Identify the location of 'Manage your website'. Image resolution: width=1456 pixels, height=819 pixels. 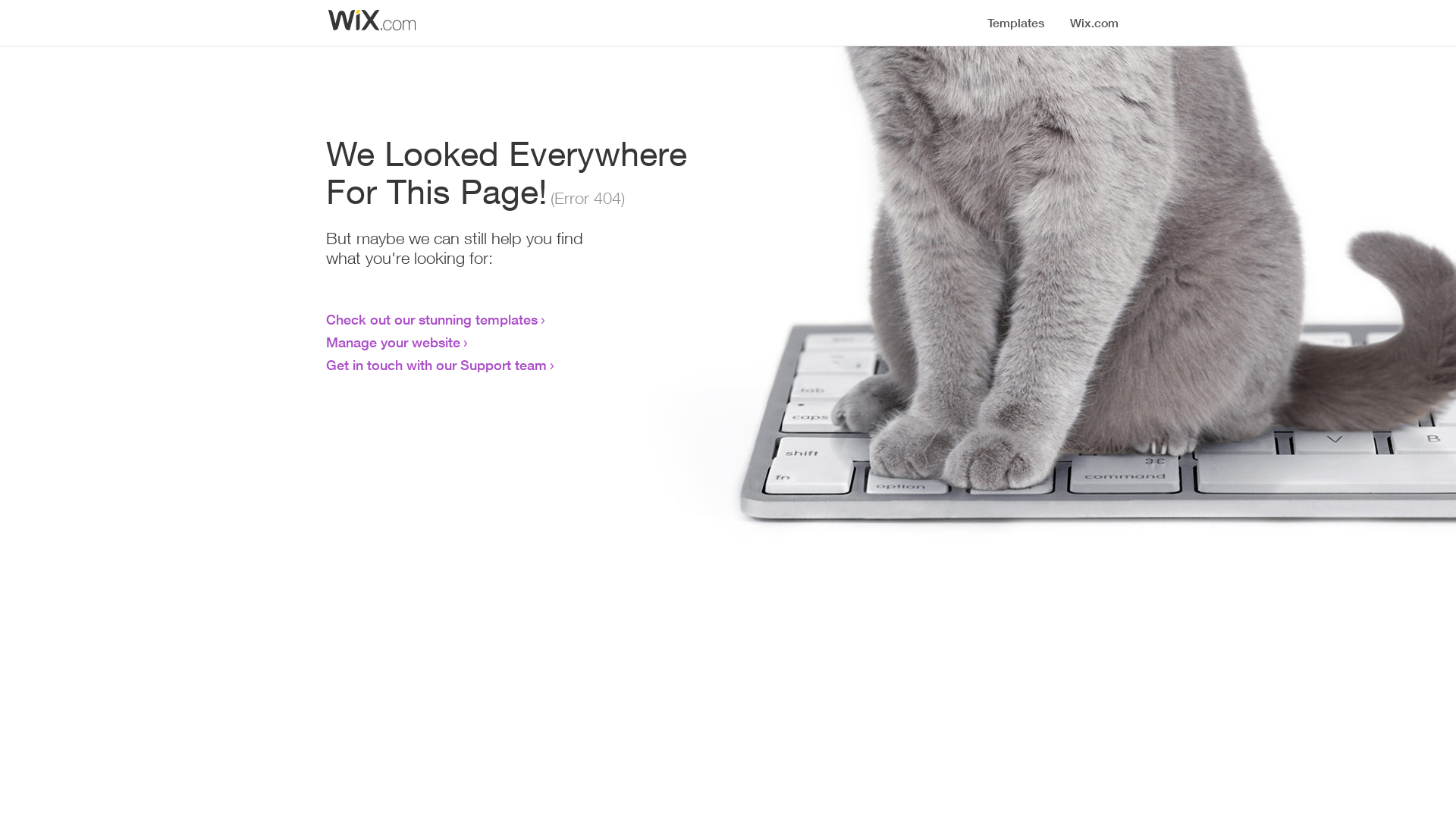
(393, 342).